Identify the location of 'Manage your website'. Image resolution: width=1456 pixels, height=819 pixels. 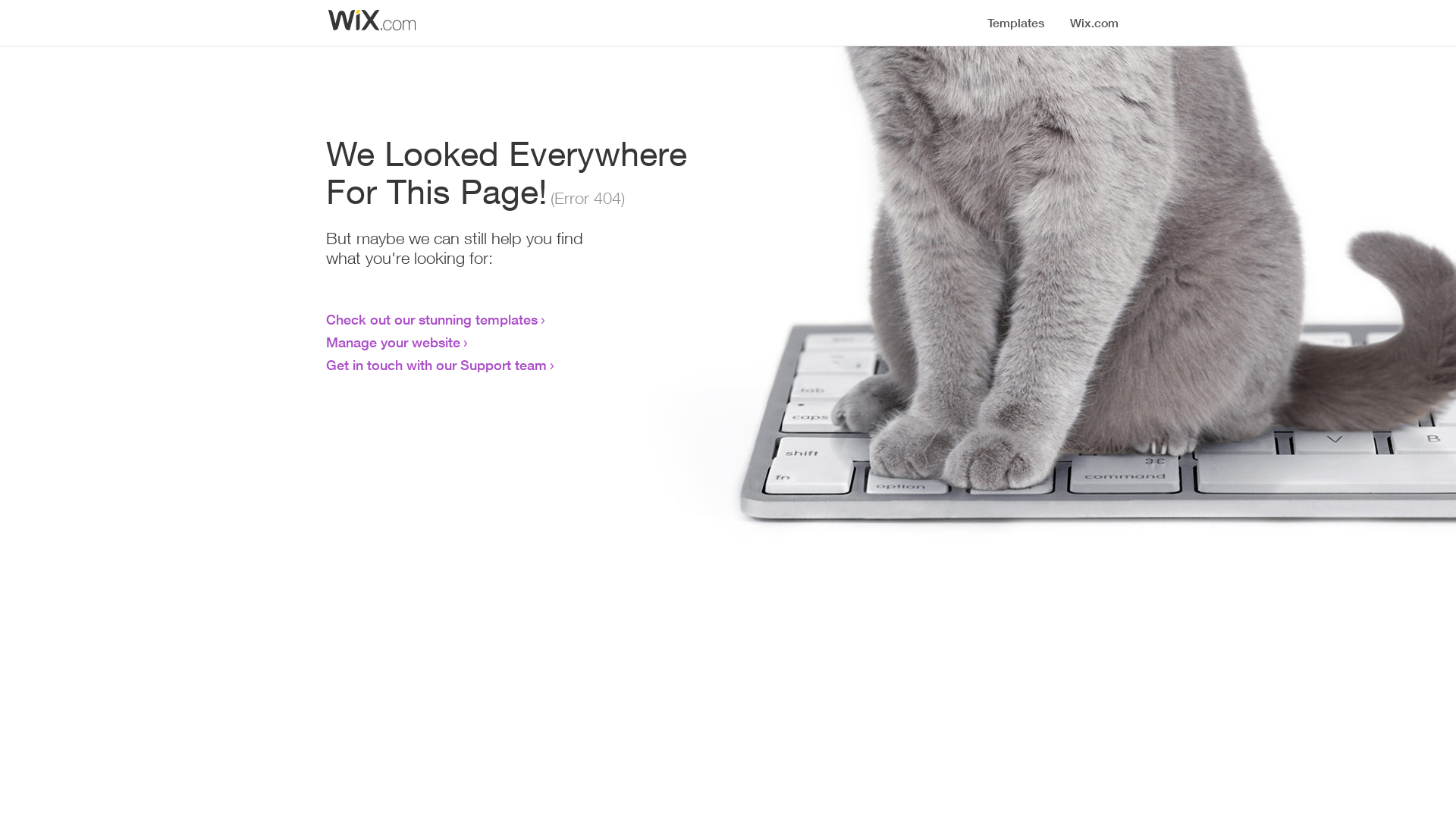
(393, 342).